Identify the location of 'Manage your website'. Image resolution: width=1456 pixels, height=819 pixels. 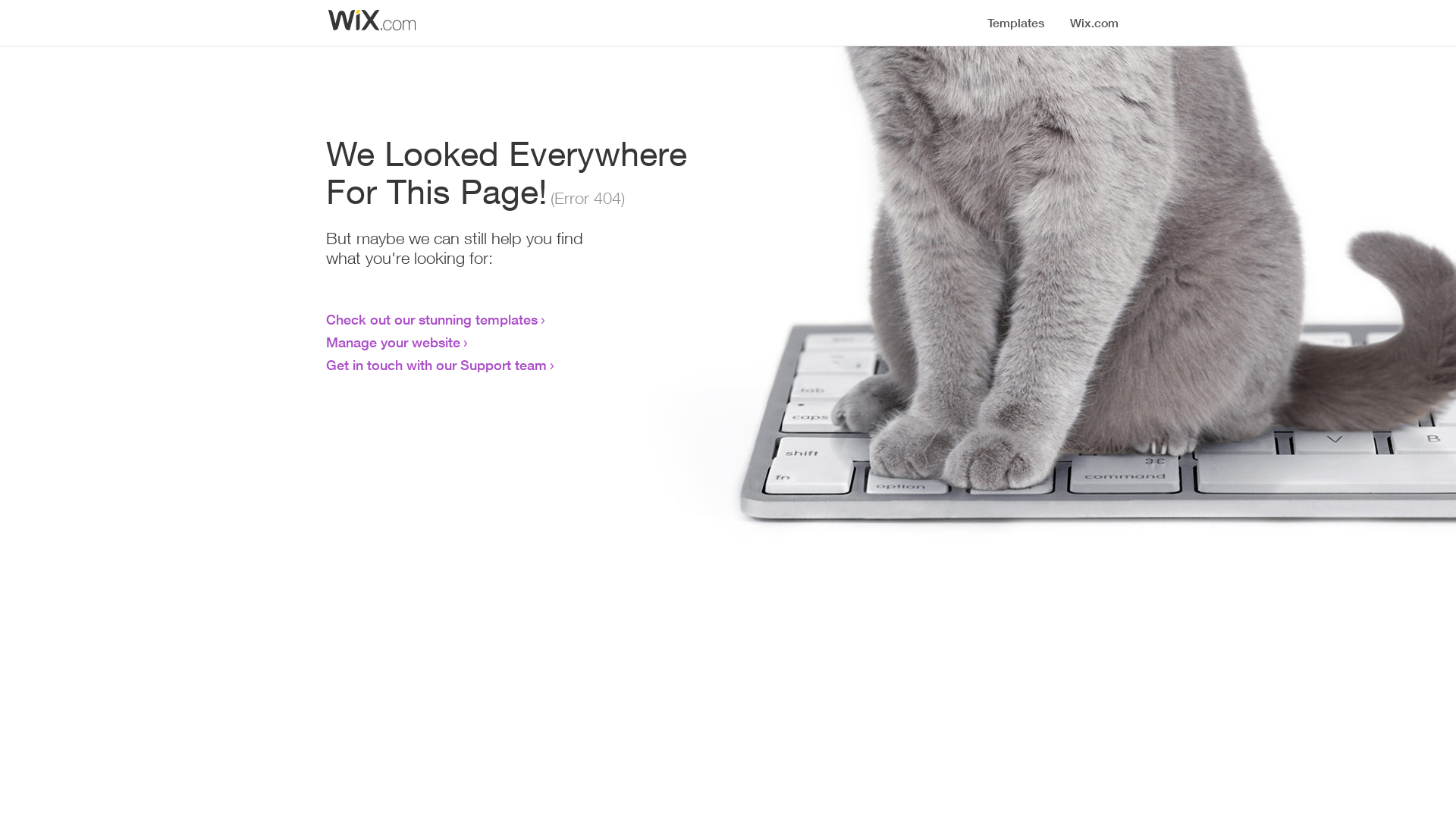
(393, 342).